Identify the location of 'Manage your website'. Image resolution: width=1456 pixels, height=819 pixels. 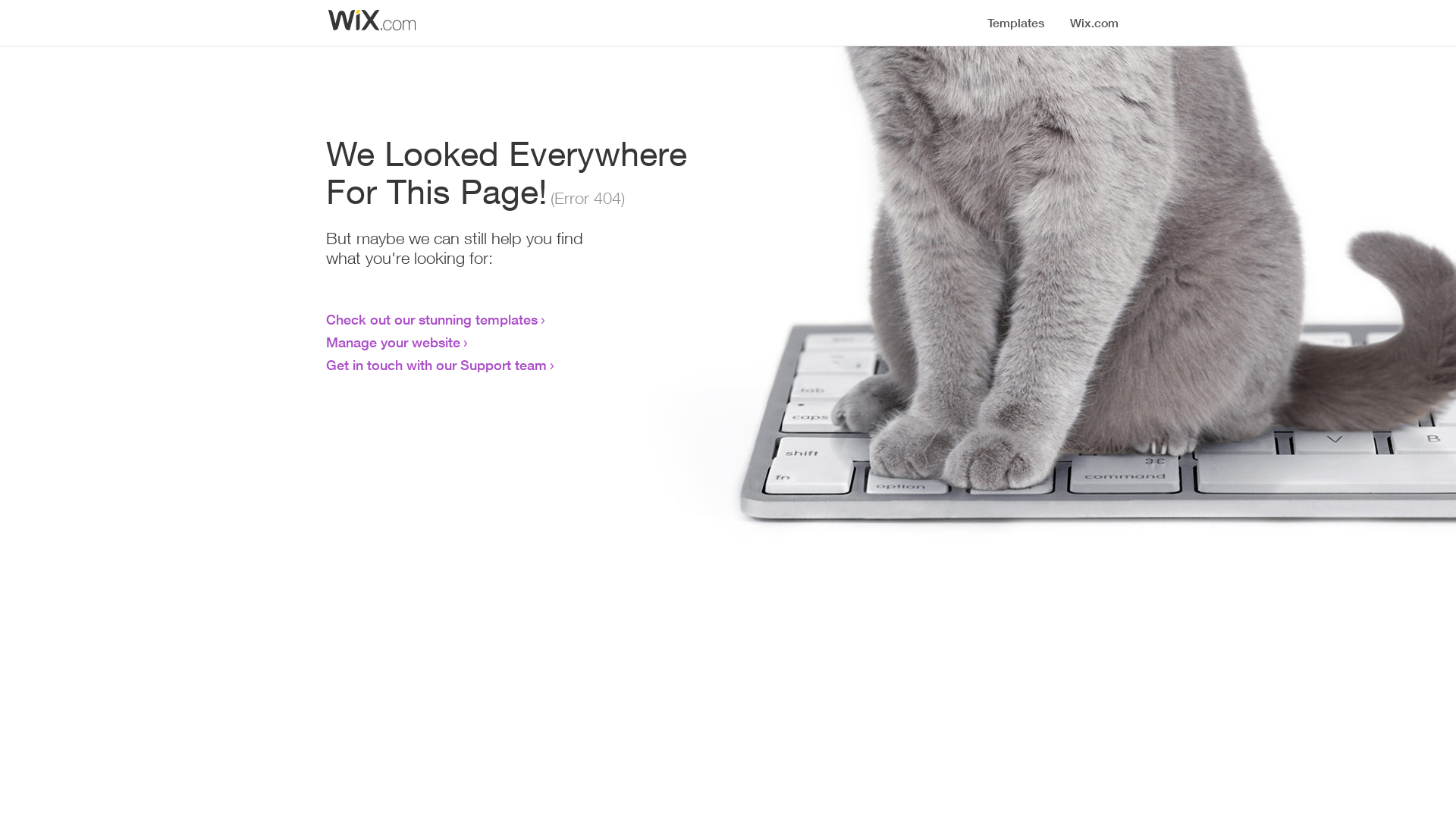
(393, 342).